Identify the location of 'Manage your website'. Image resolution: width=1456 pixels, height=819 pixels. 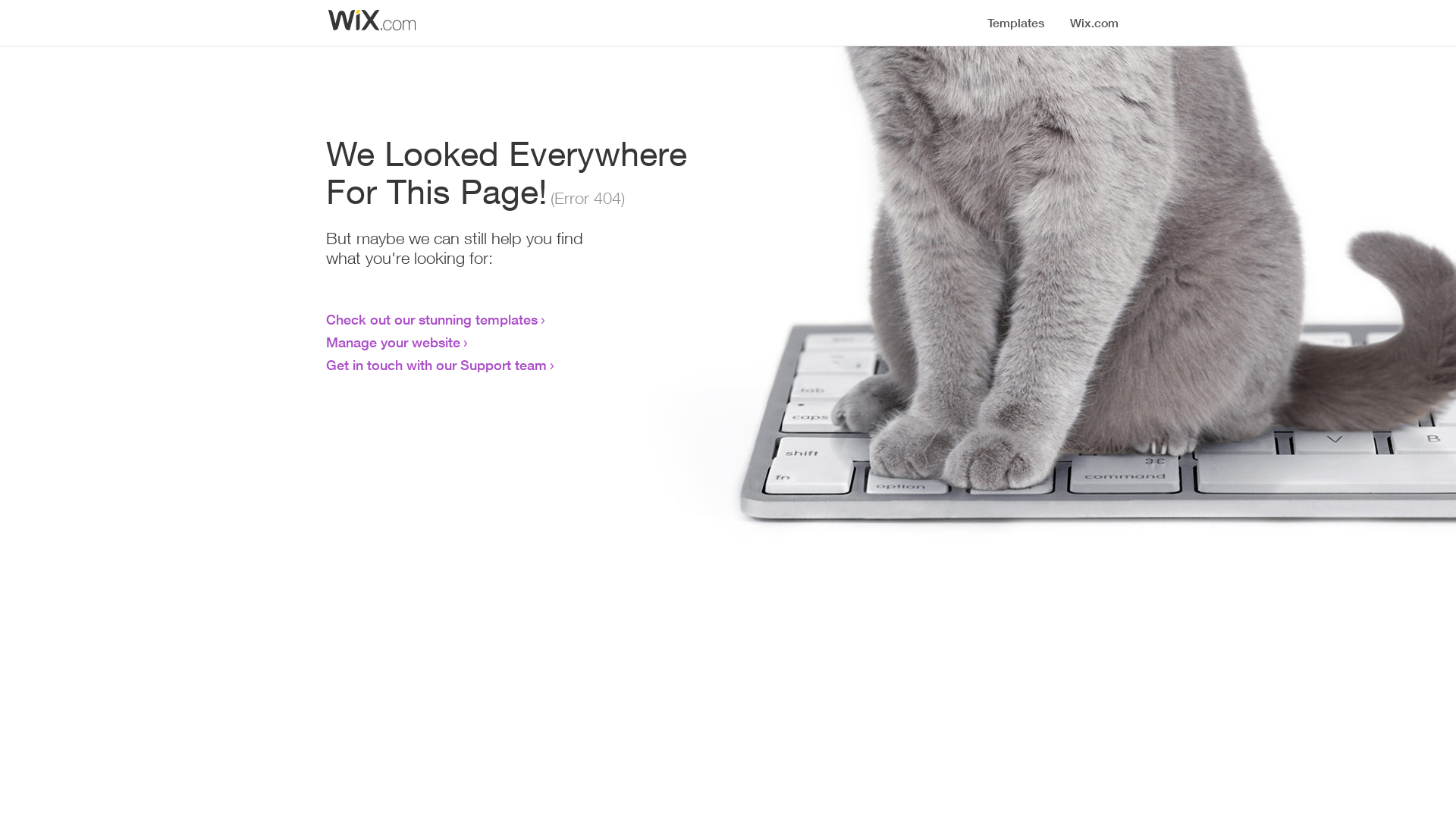
(393, 342).